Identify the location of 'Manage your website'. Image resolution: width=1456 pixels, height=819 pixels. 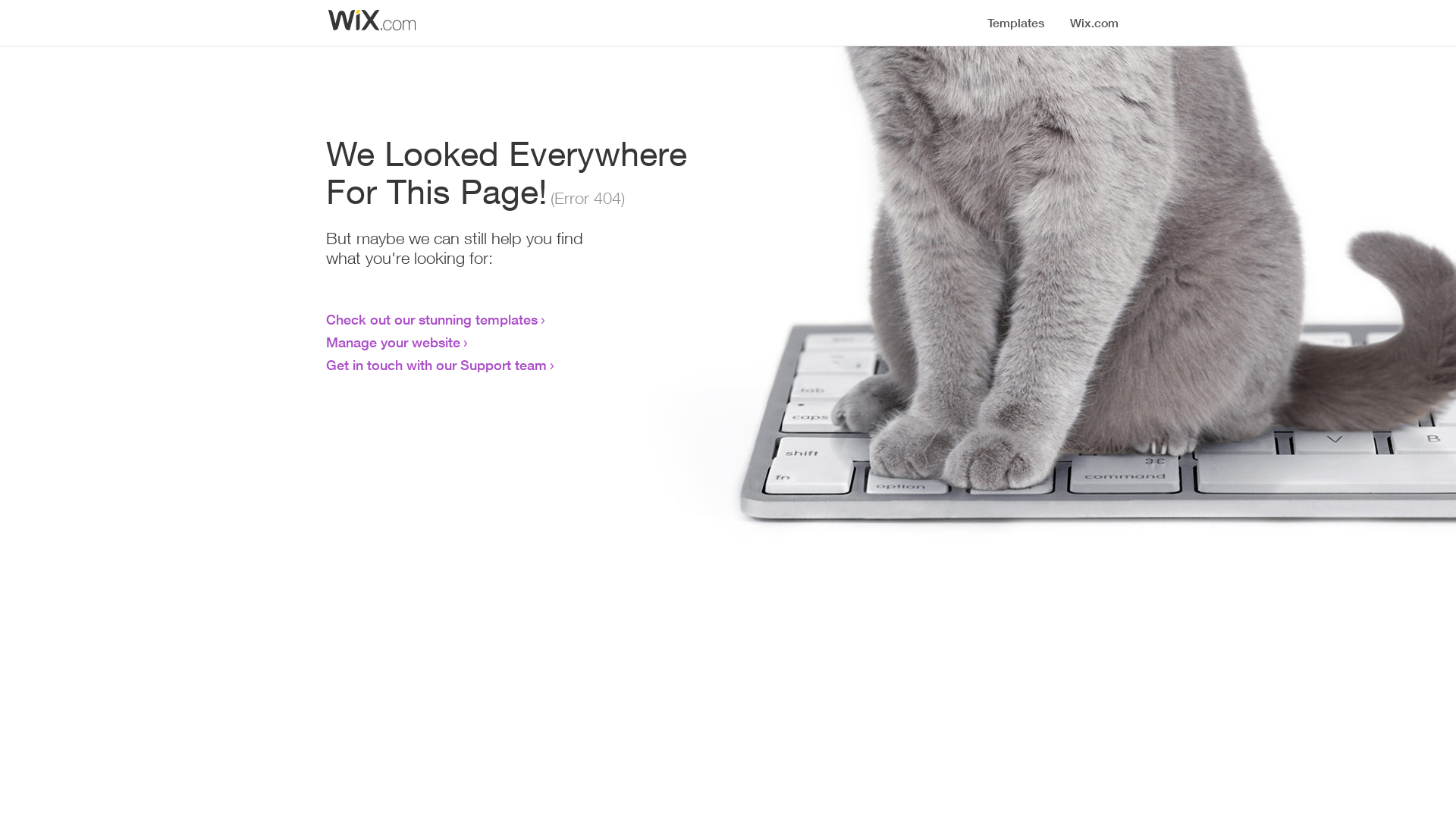
(393, 342).